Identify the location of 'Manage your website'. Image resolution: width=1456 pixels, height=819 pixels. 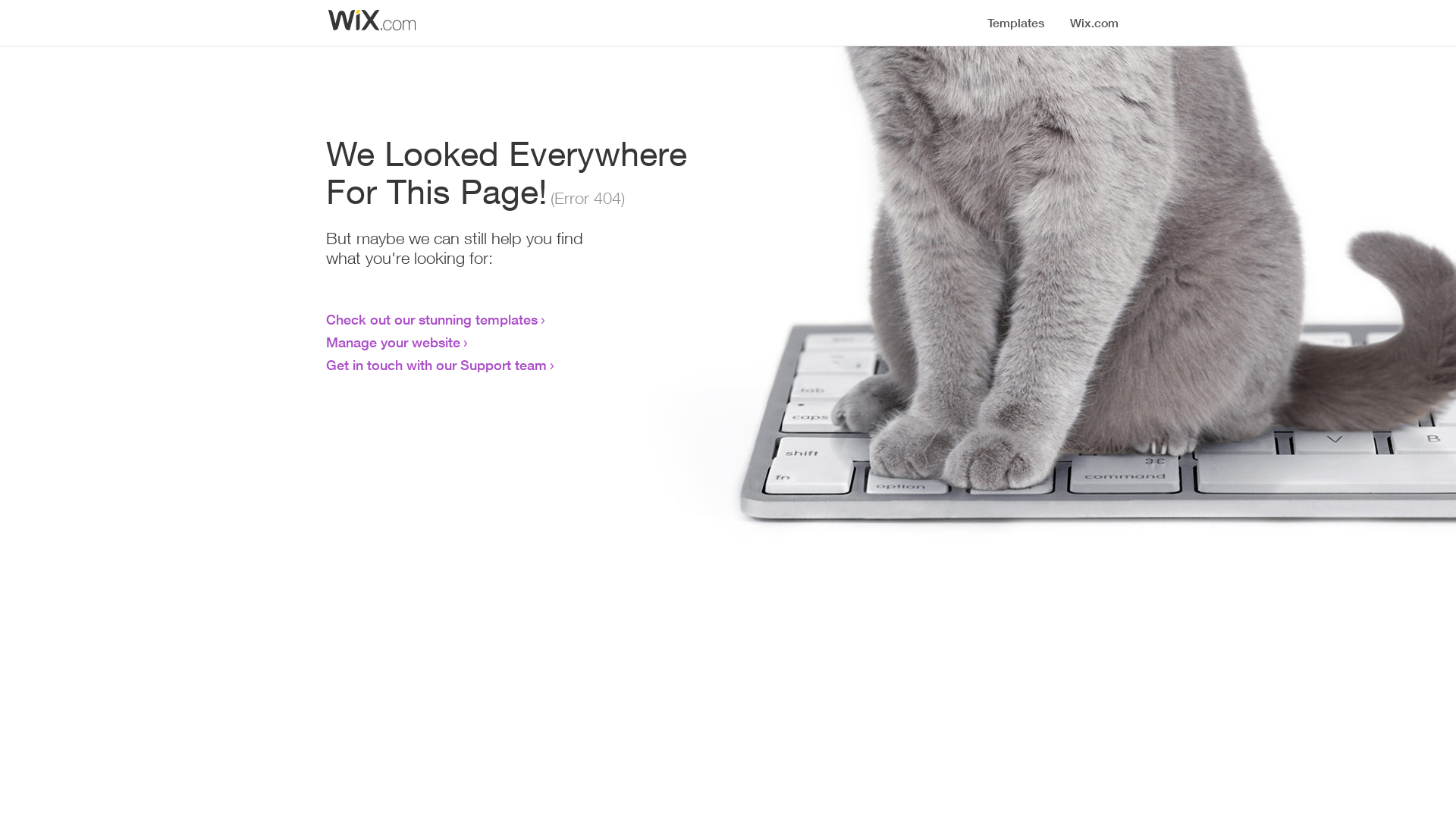
(393, 342).